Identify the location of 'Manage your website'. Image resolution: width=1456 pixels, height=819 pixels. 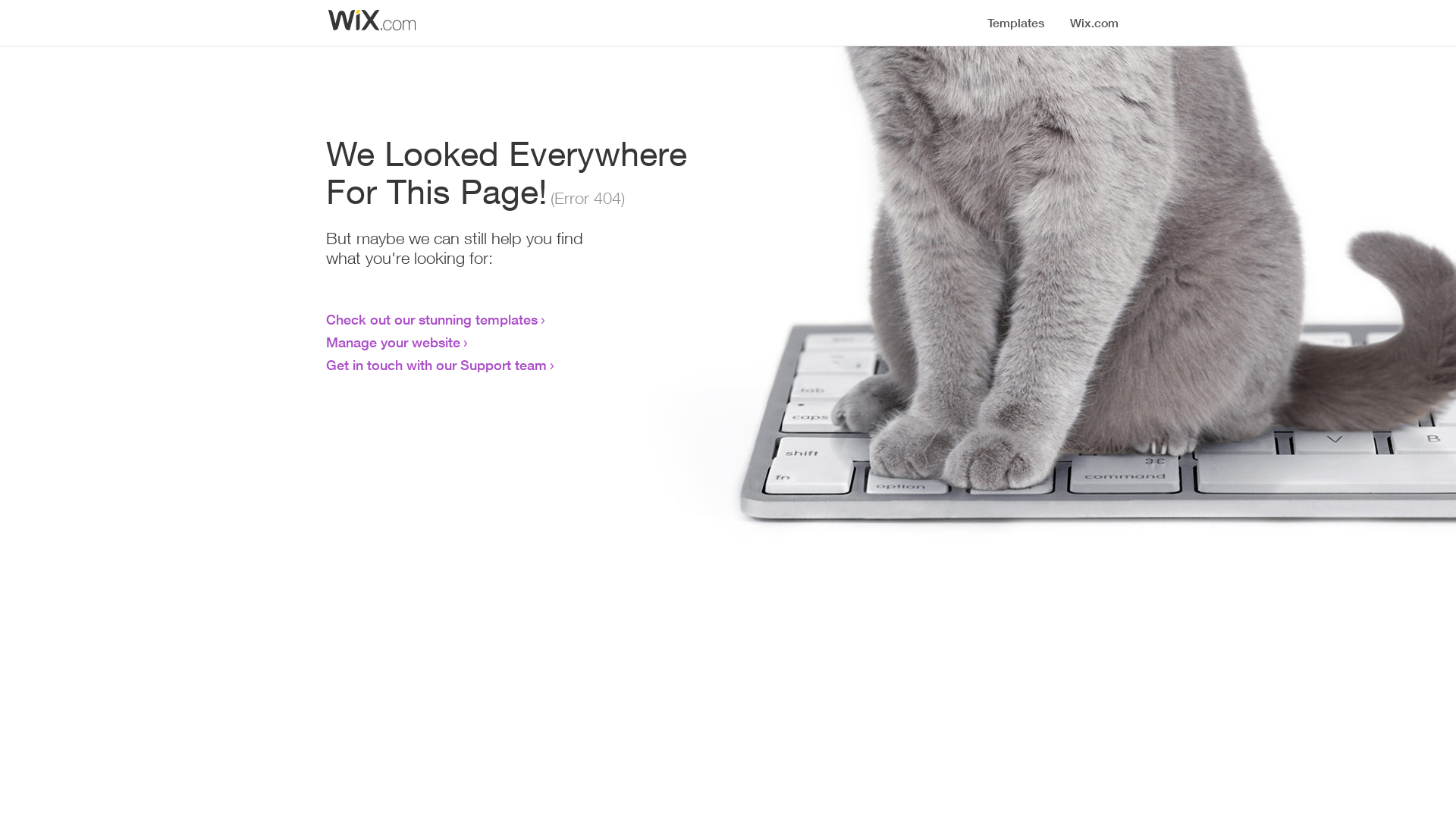
(393, 342).